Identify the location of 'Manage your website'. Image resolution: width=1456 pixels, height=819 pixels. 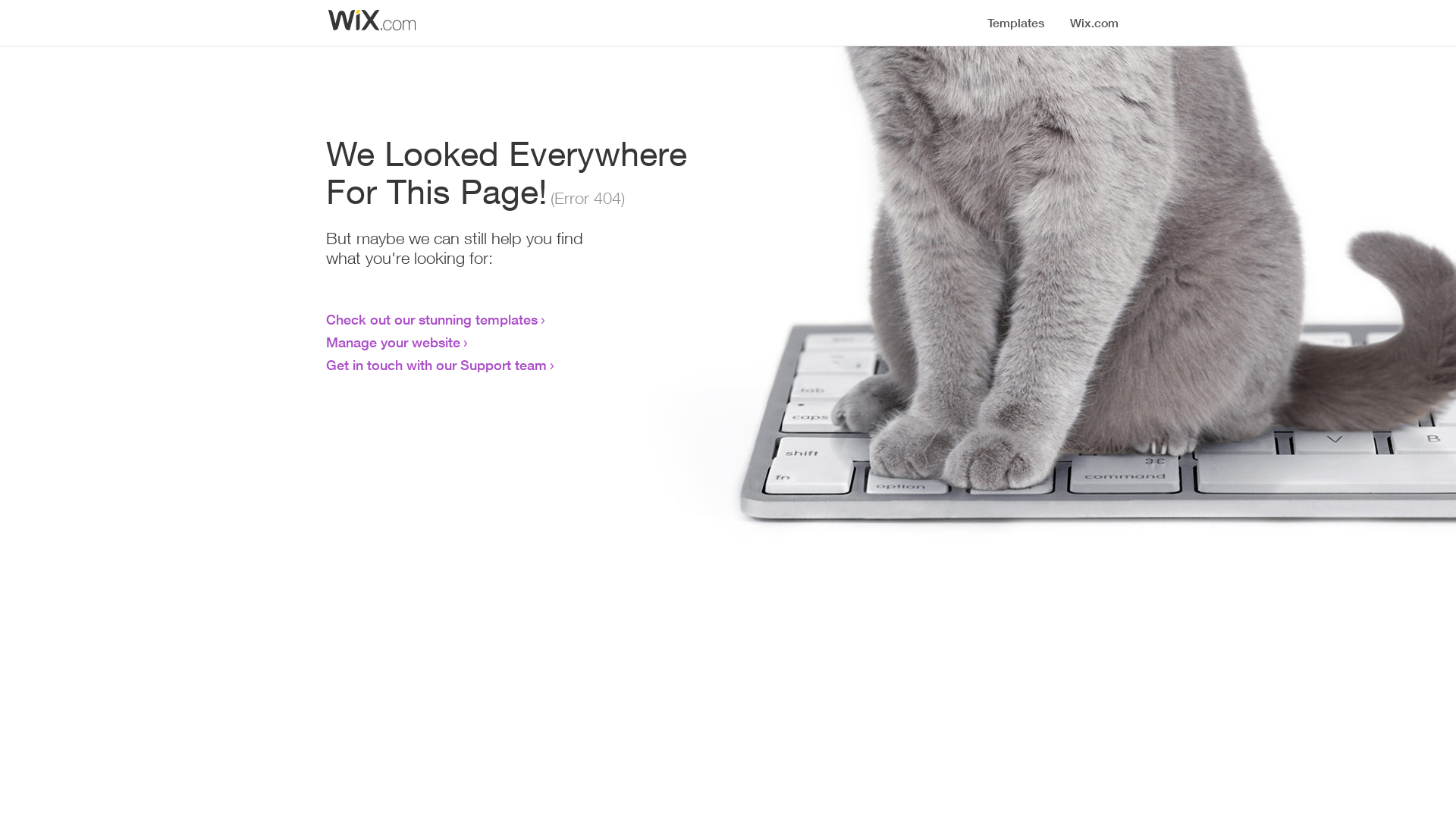
(393, 342).